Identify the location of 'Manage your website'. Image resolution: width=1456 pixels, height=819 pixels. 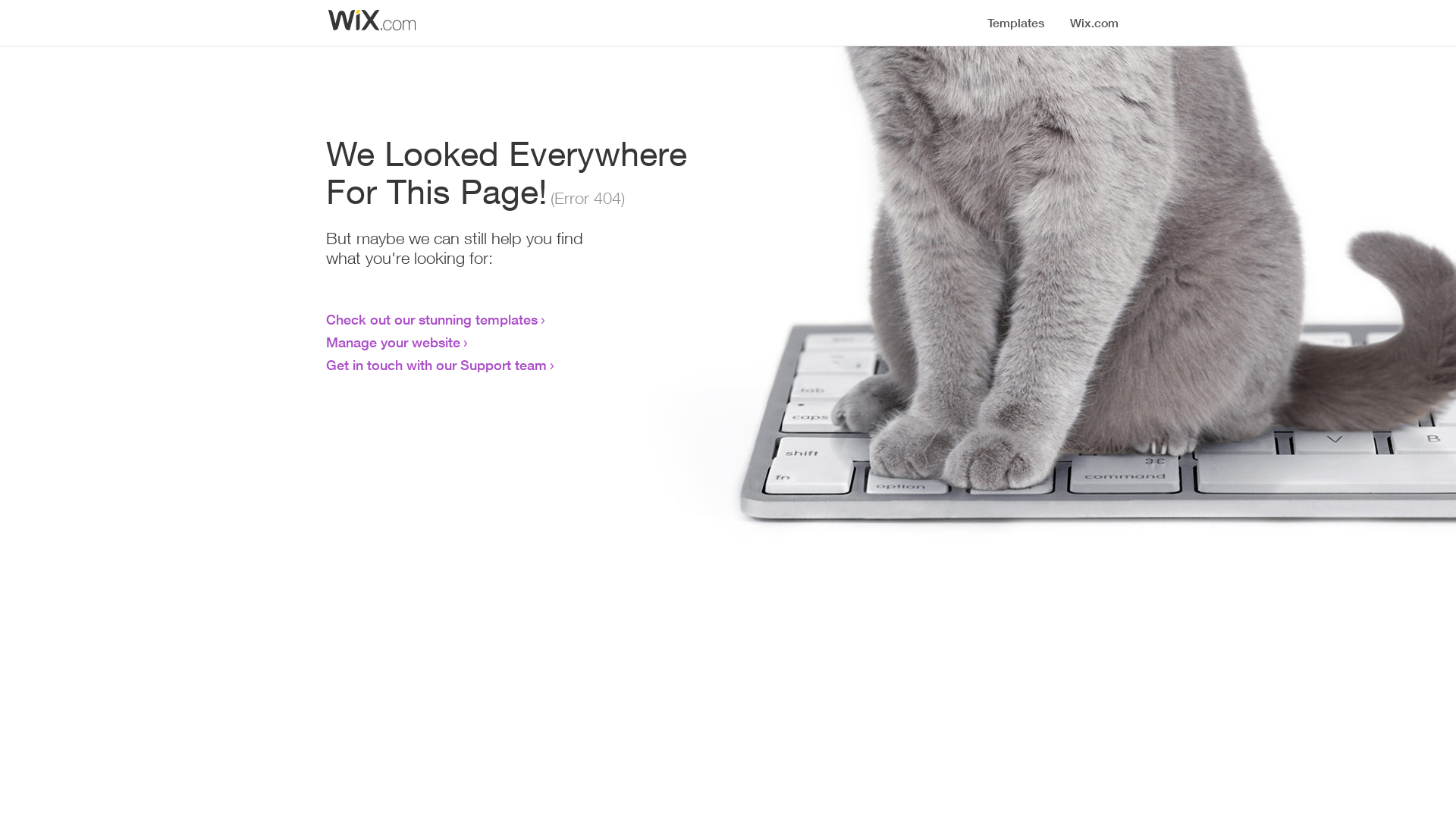
(393, 342).